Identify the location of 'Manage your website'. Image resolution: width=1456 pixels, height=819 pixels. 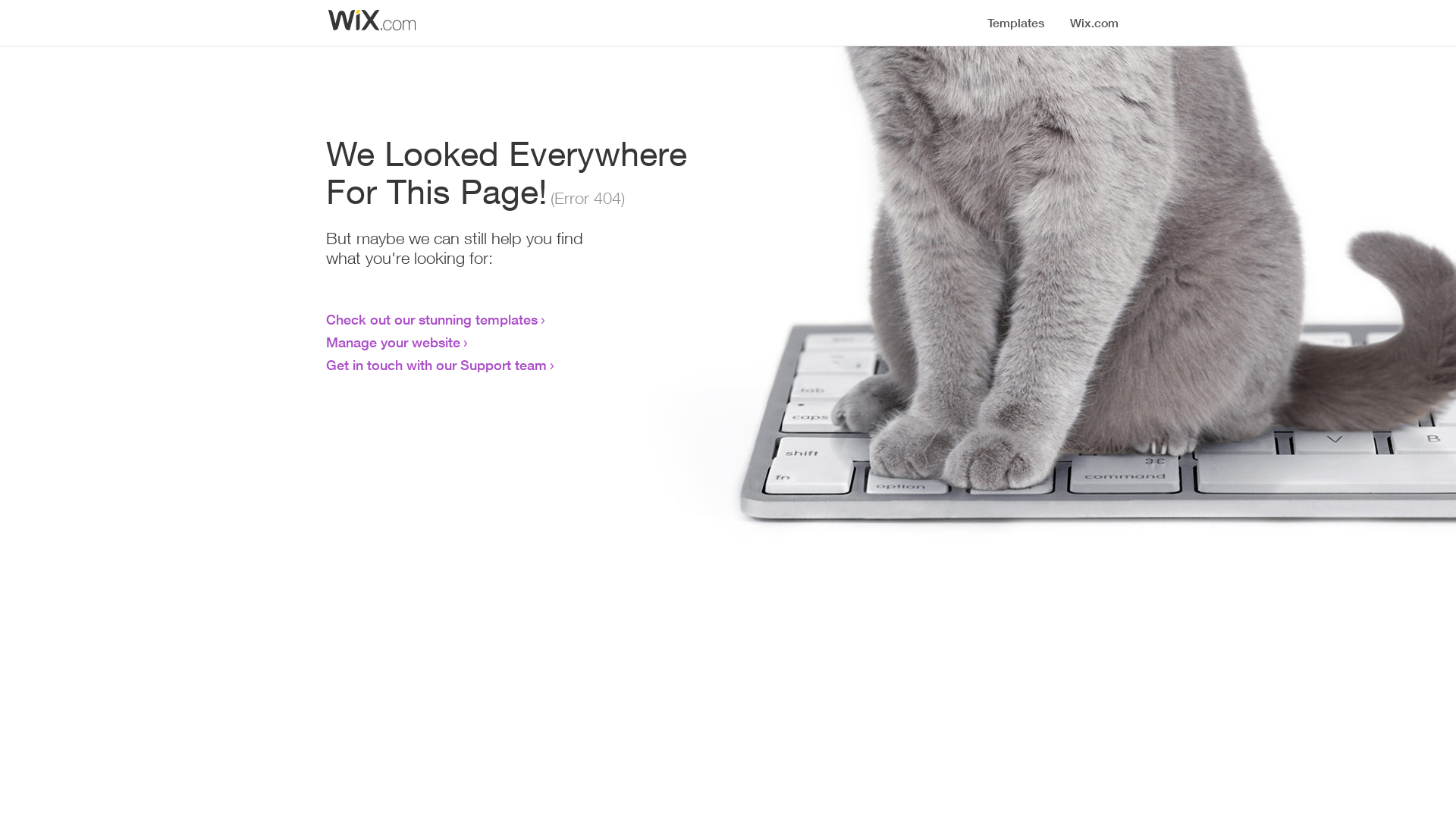
(393, 342).